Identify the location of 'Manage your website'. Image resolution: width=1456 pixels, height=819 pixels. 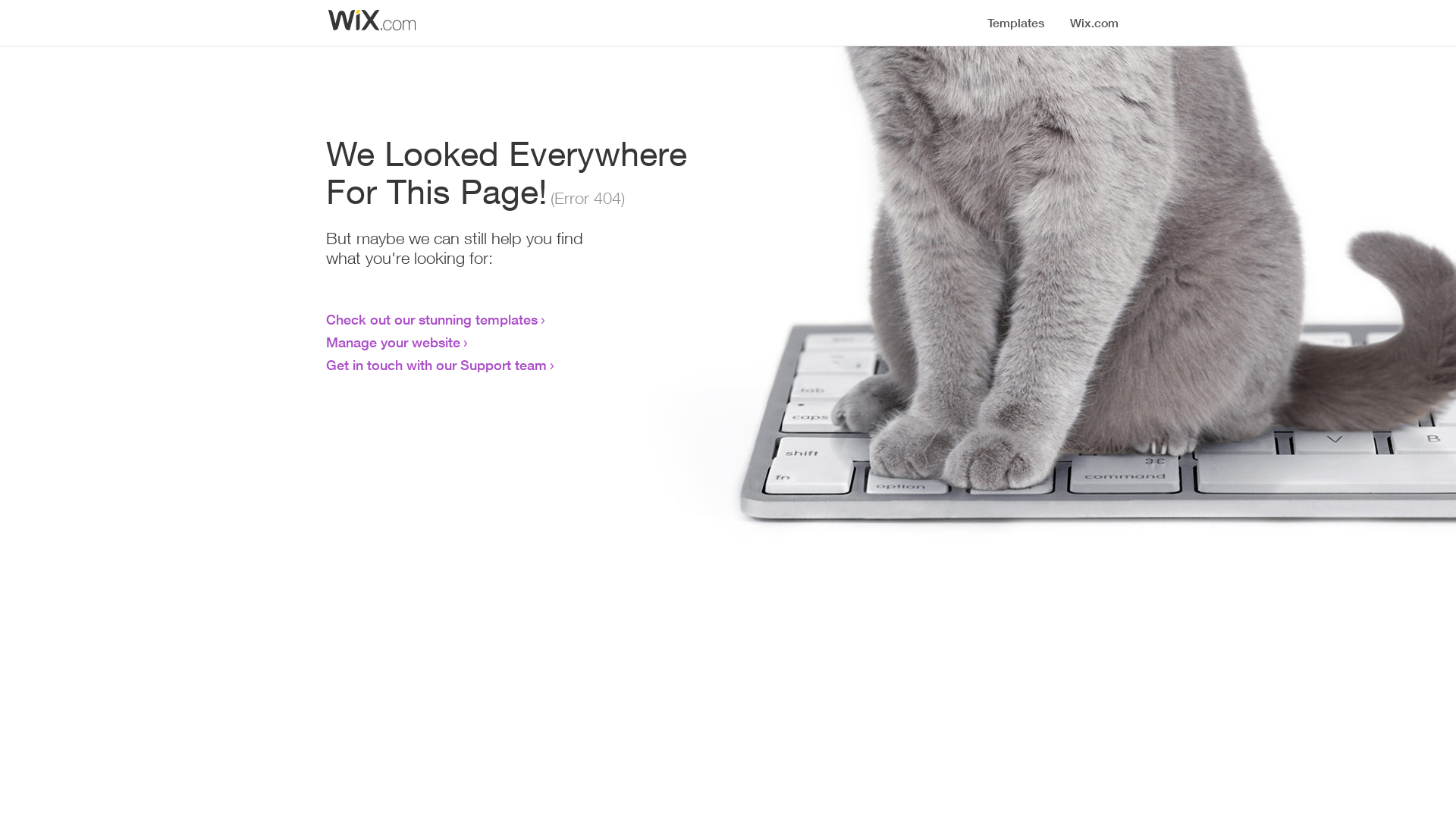
(393, 342).